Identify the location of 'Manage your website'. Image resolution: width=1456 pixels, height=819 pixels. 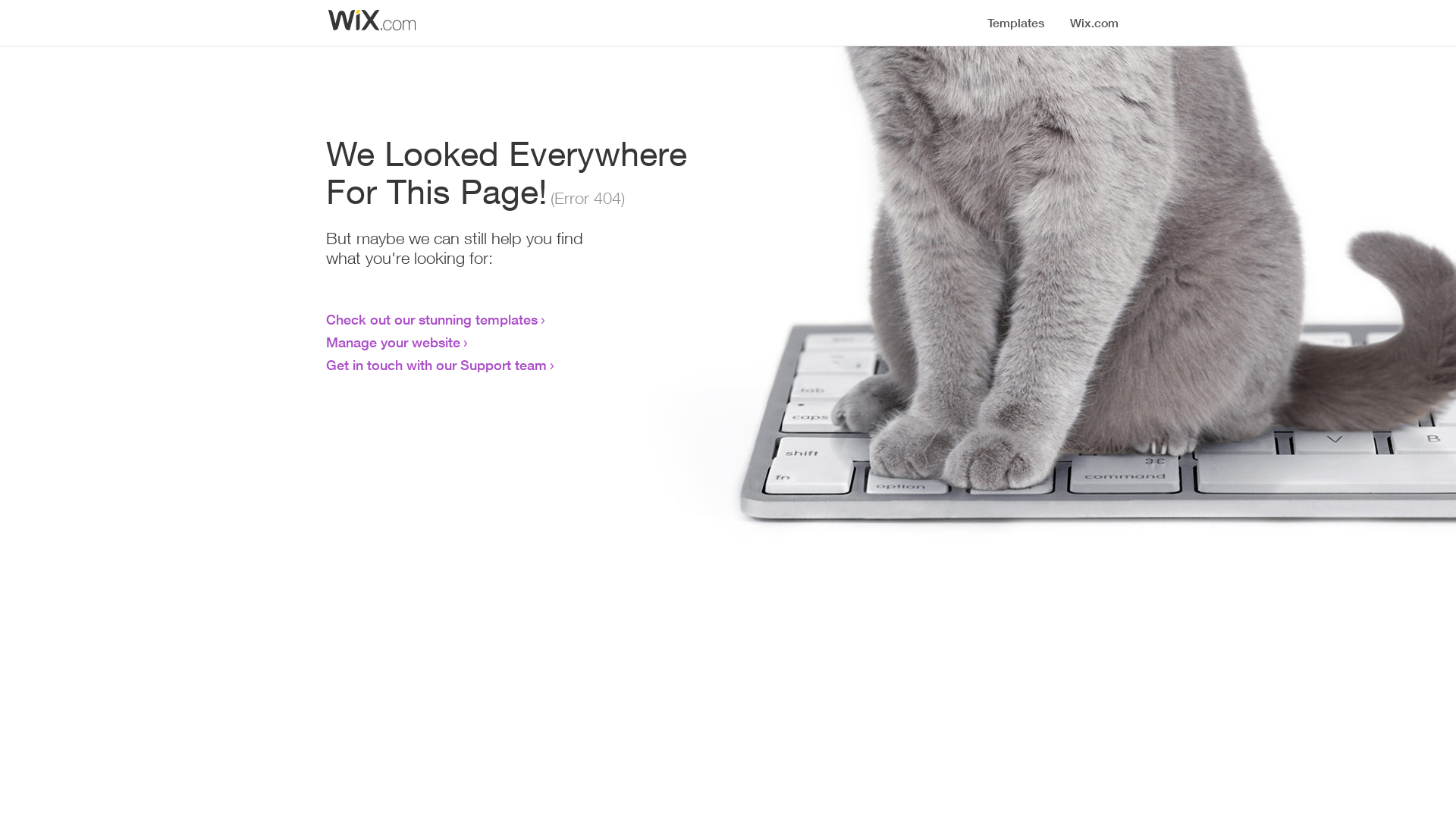
(393, 342).